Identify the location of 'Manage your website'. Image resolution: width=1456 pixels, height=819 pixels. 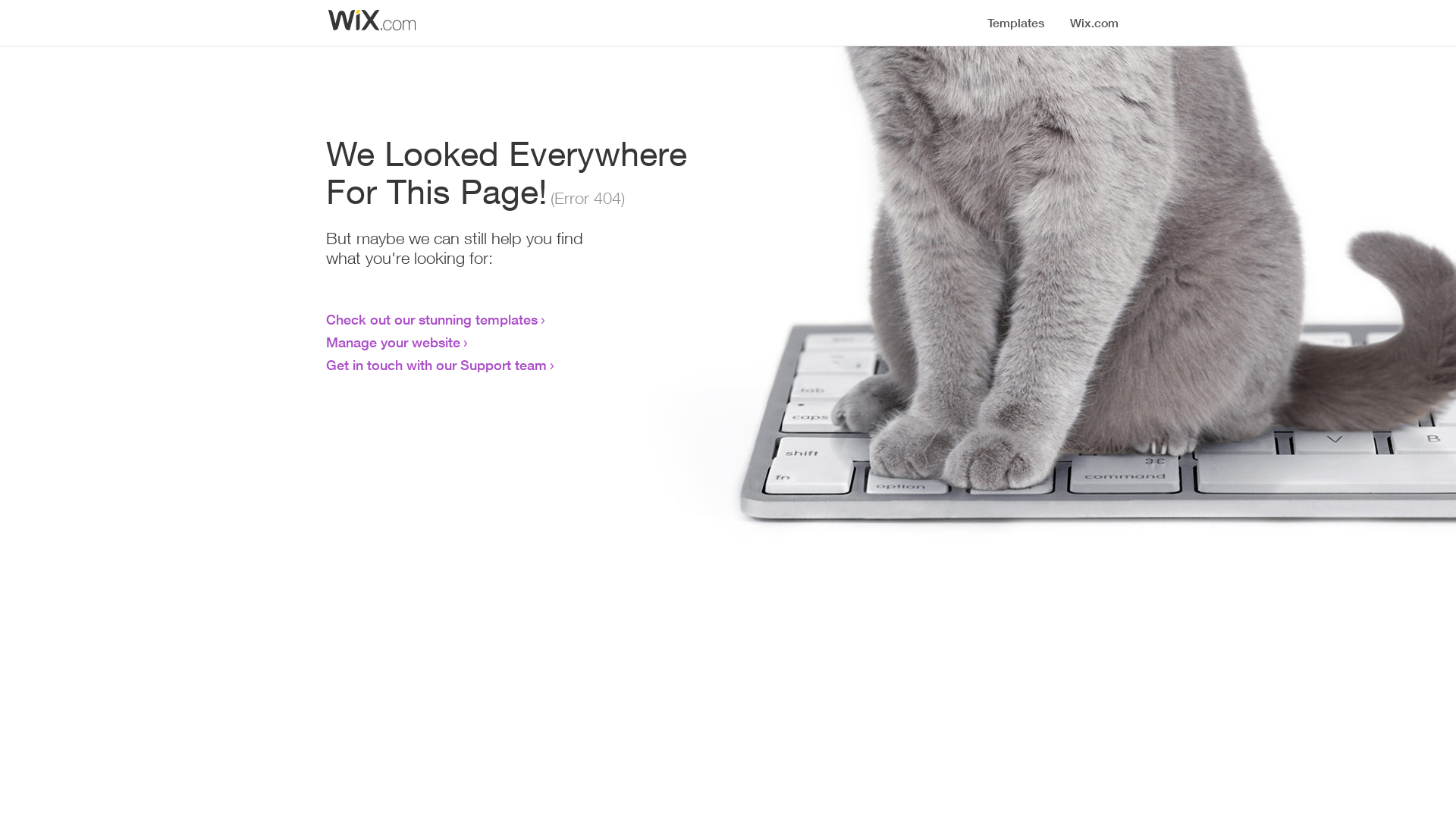
(393, 342).